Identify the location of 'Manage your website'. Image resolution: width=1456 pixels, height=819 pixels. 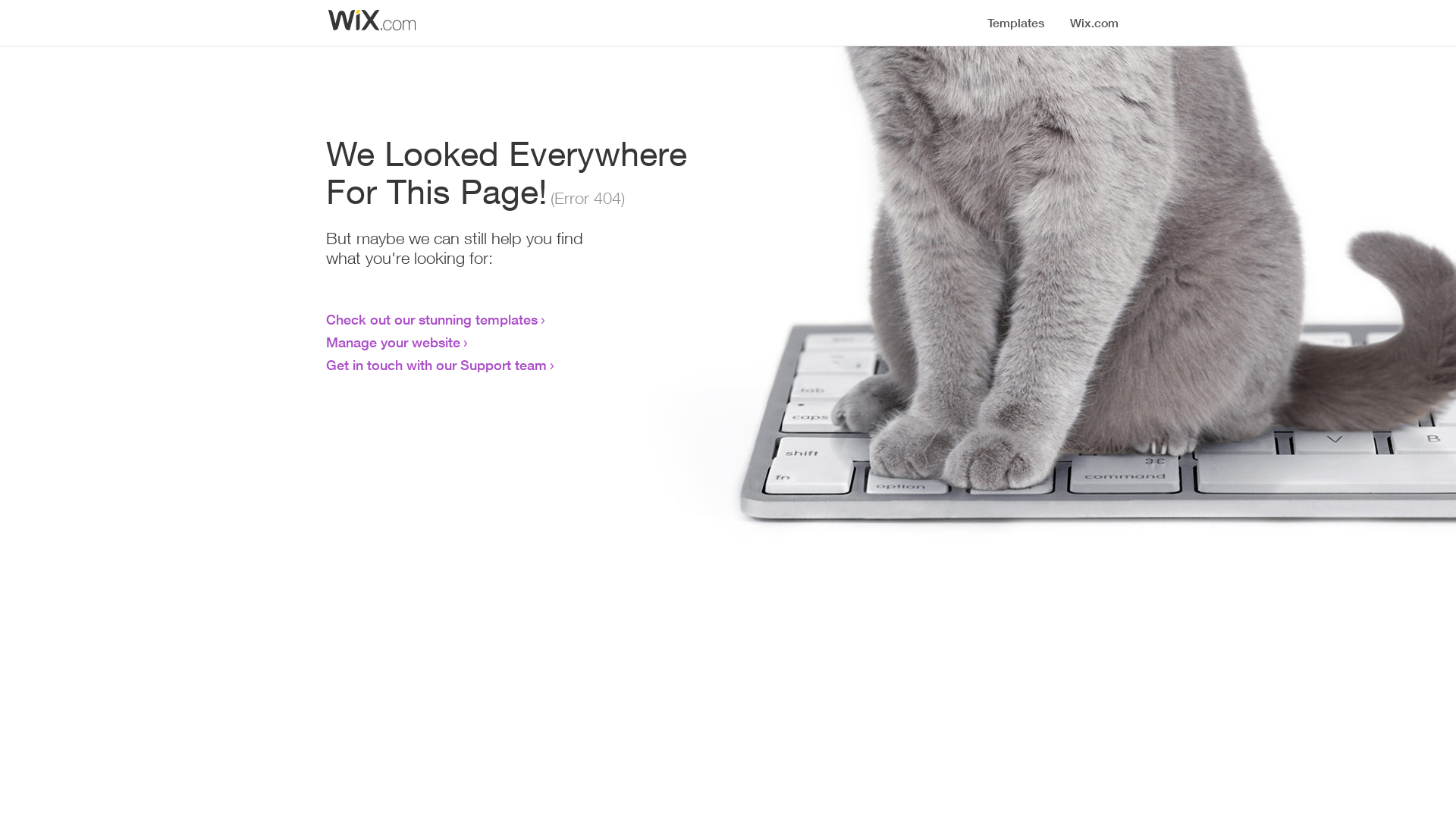
(393, 342).